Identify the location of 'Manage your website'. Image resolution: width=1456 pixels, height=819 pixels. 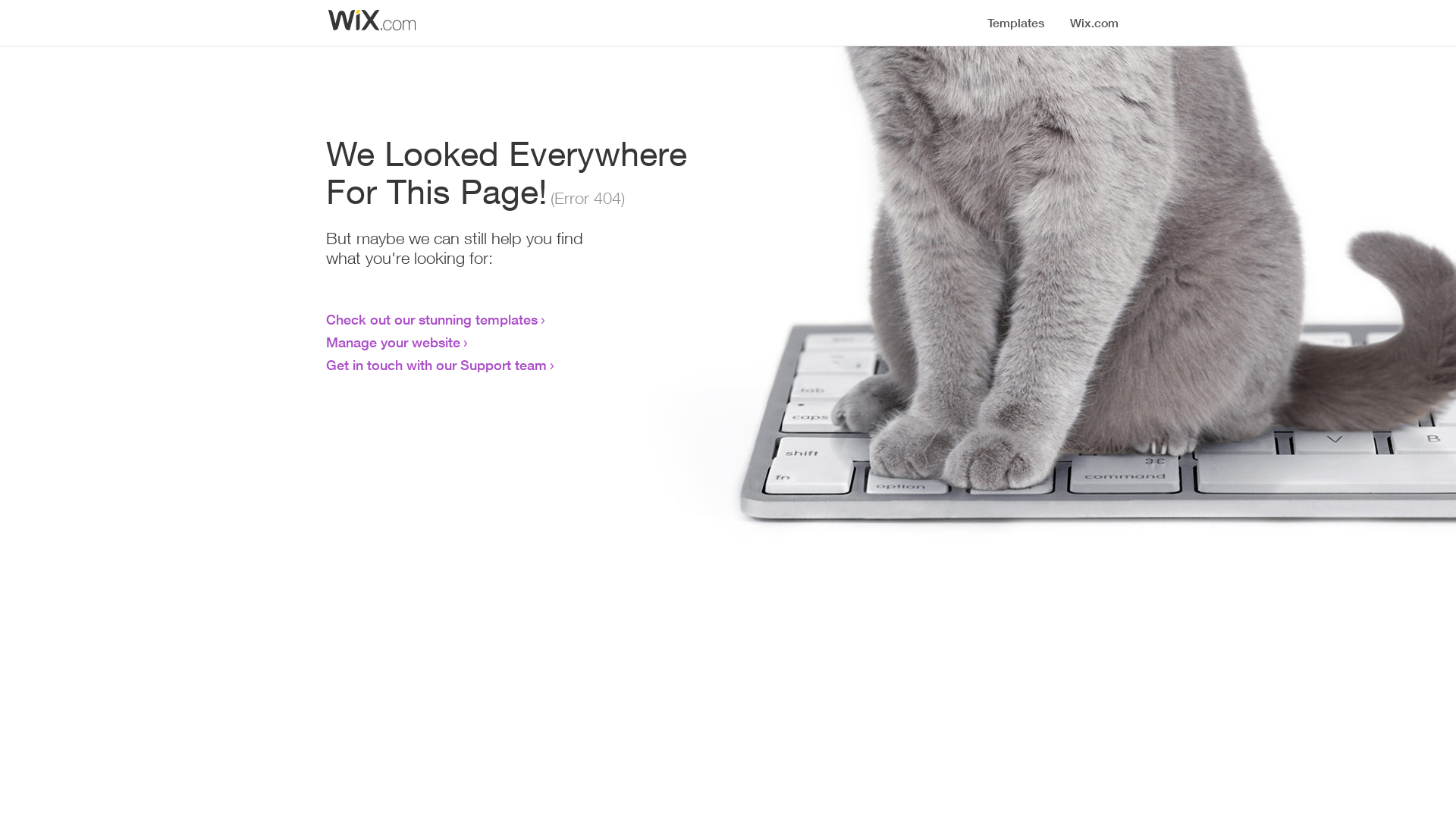
(393, 342).